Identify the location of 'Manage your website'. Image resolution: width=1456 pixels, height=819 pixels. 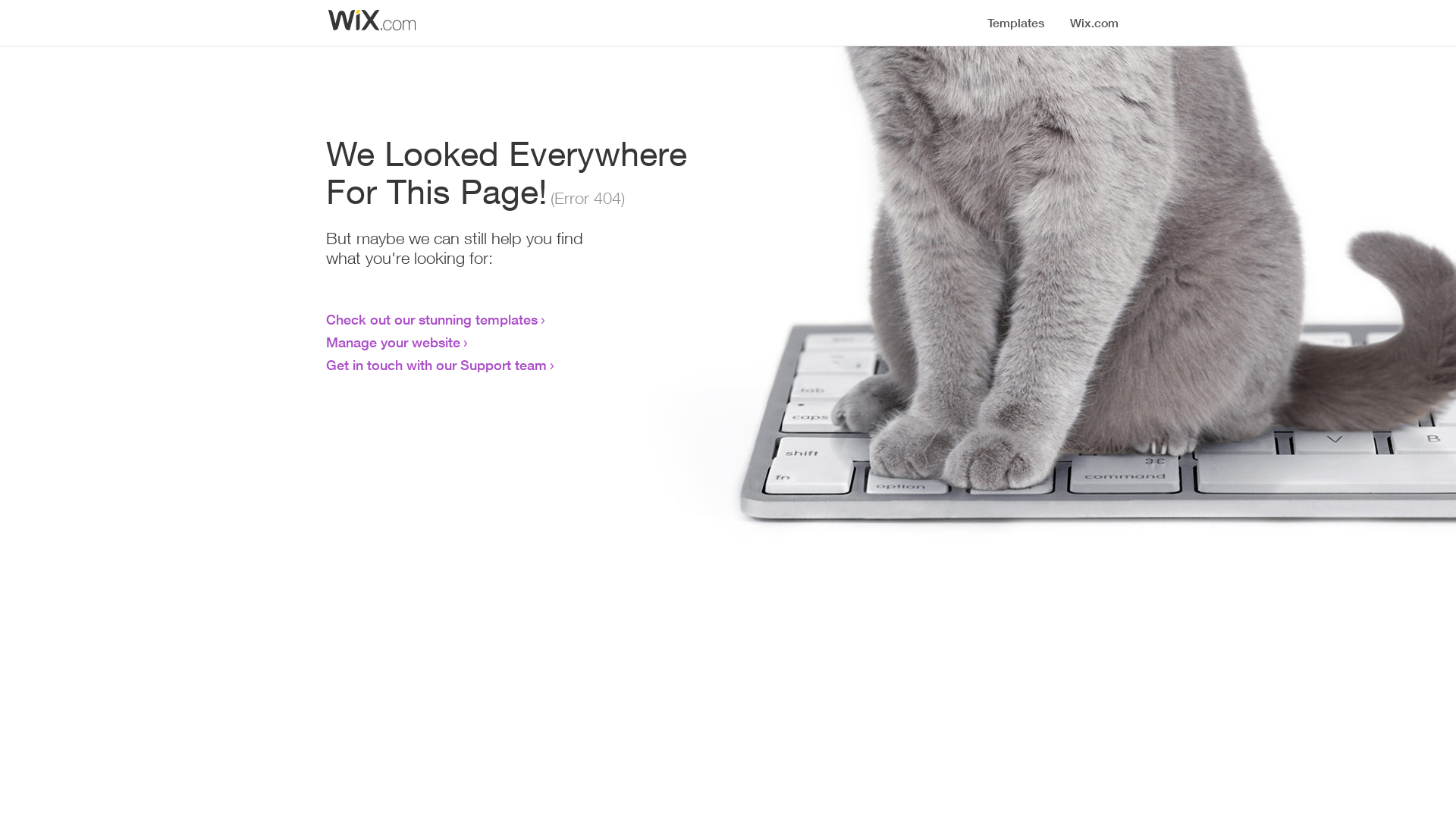
(393, 342).